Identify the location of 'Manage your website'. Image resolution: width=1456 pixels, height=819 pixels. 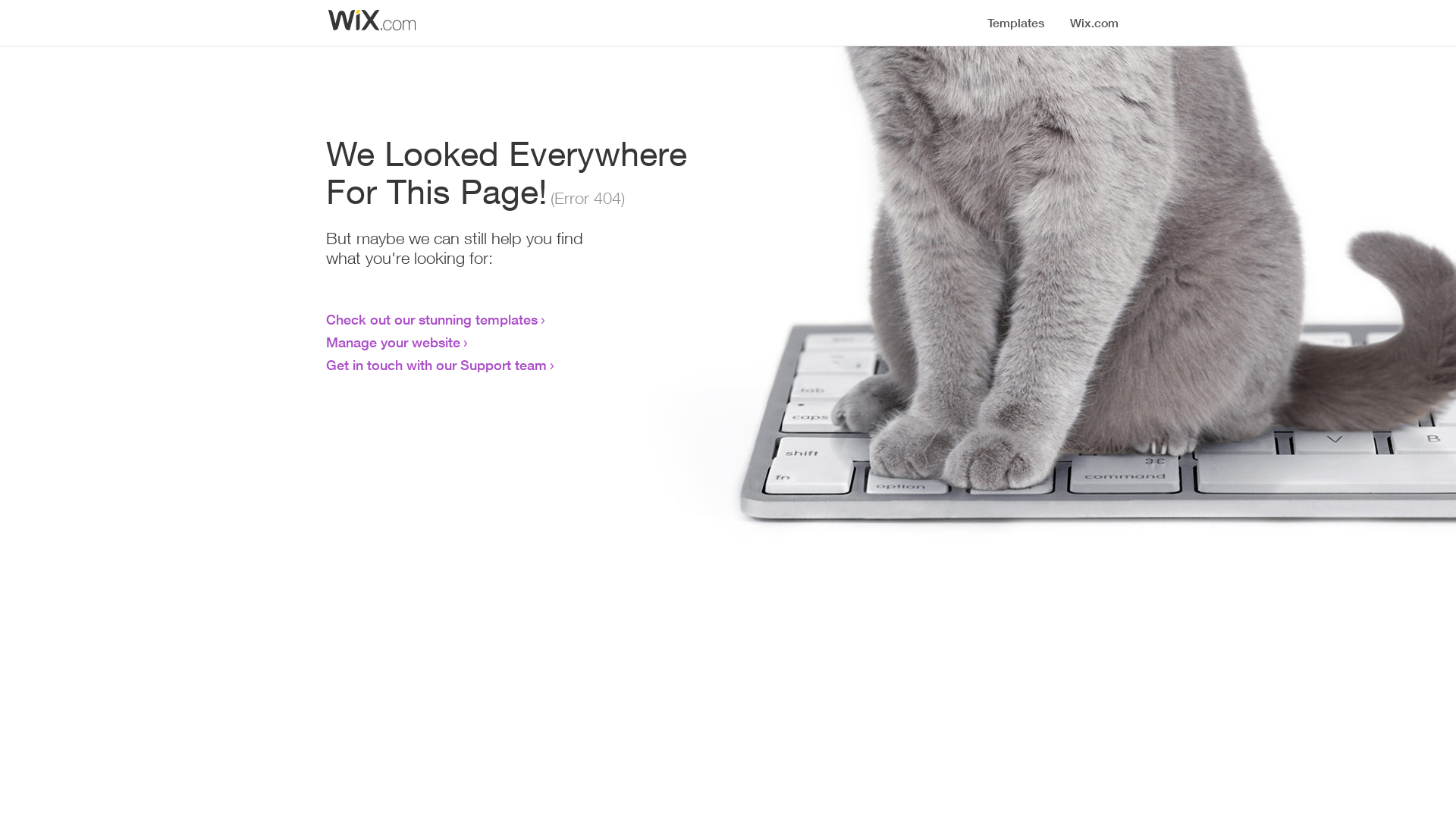
(393, 342).